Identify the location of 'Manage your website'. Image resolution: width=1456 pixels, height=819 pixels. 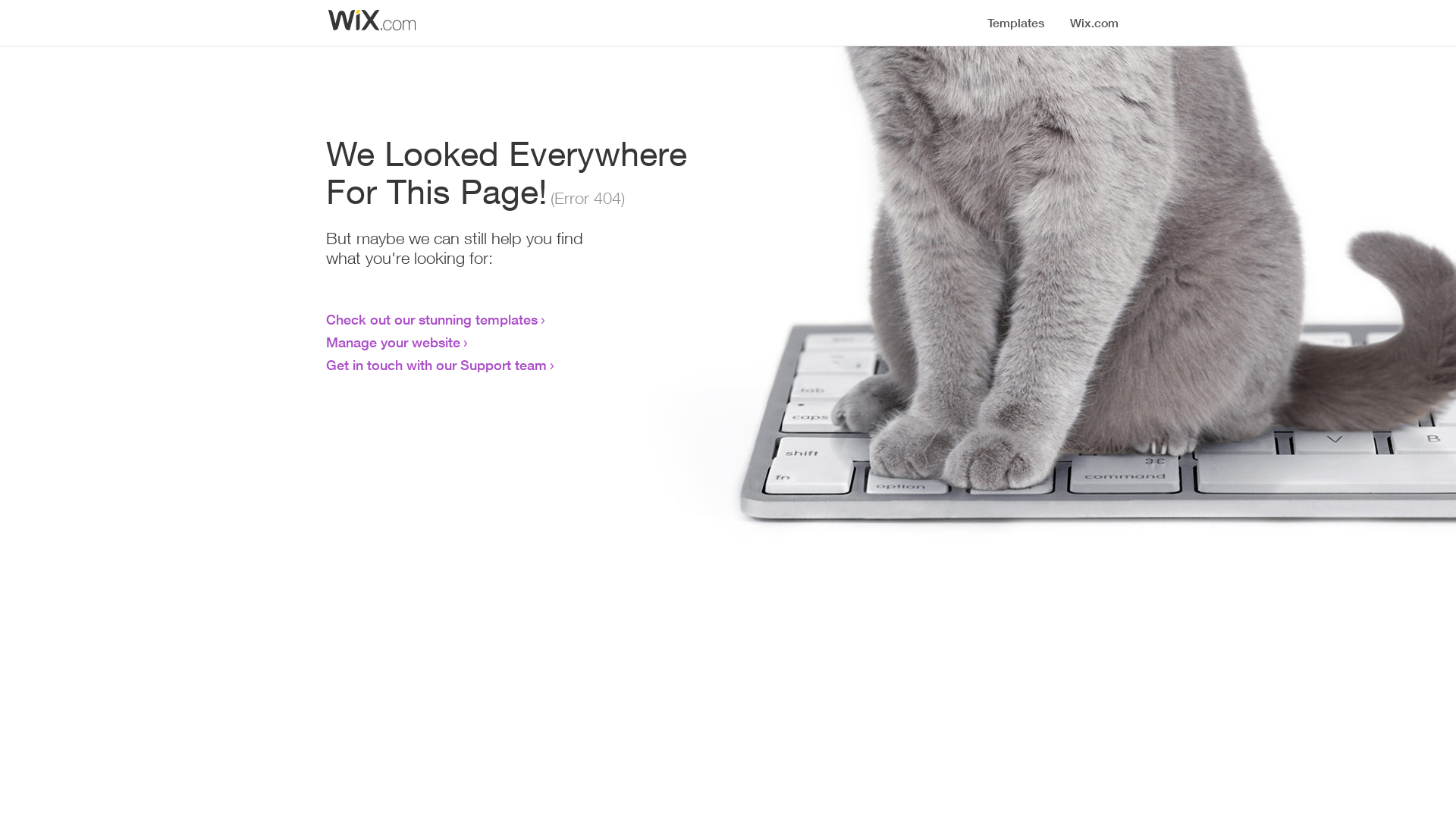
(393, 342).